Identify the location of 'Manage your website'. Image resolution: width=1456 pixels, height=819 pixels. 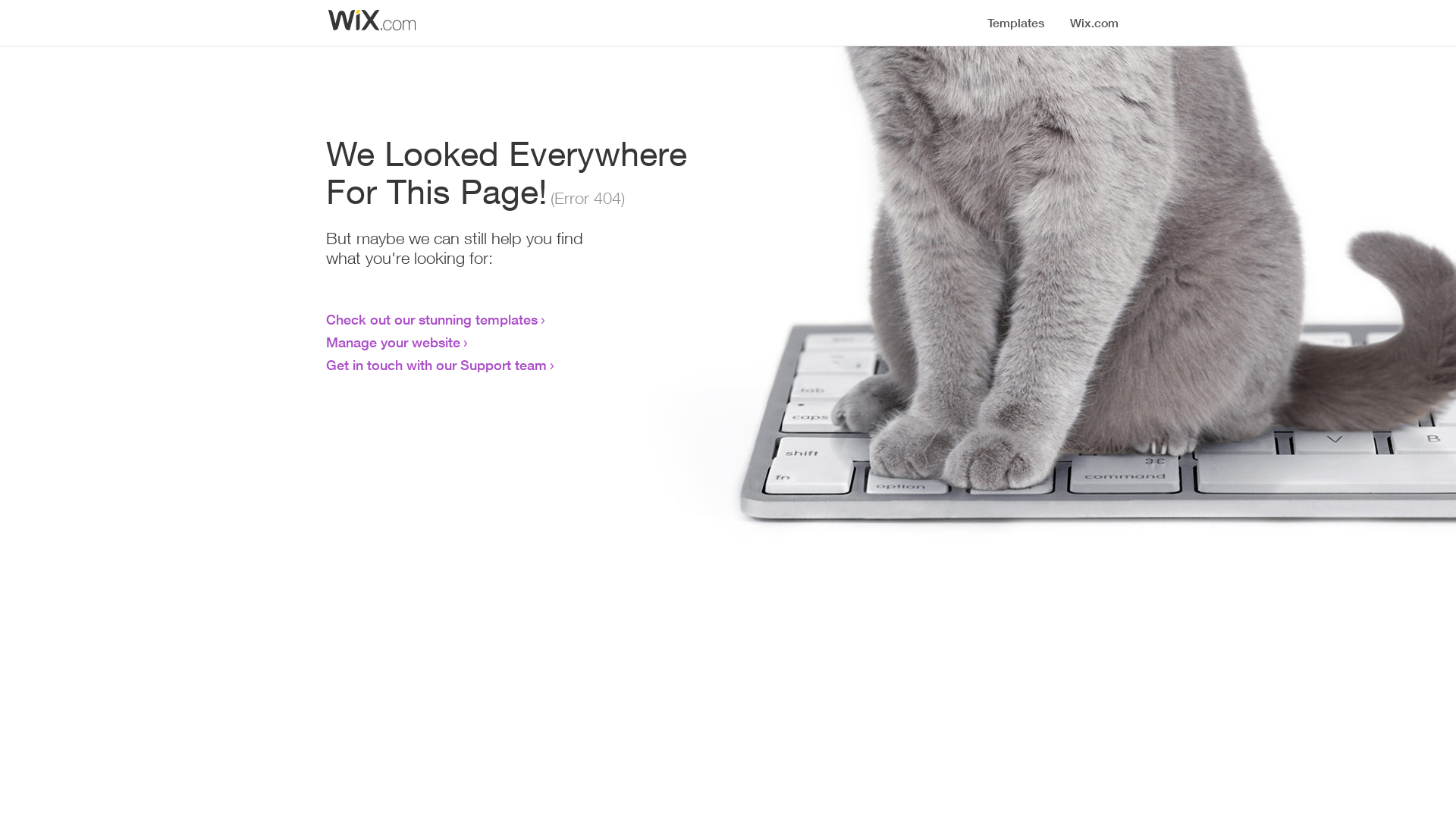
(393, 342).